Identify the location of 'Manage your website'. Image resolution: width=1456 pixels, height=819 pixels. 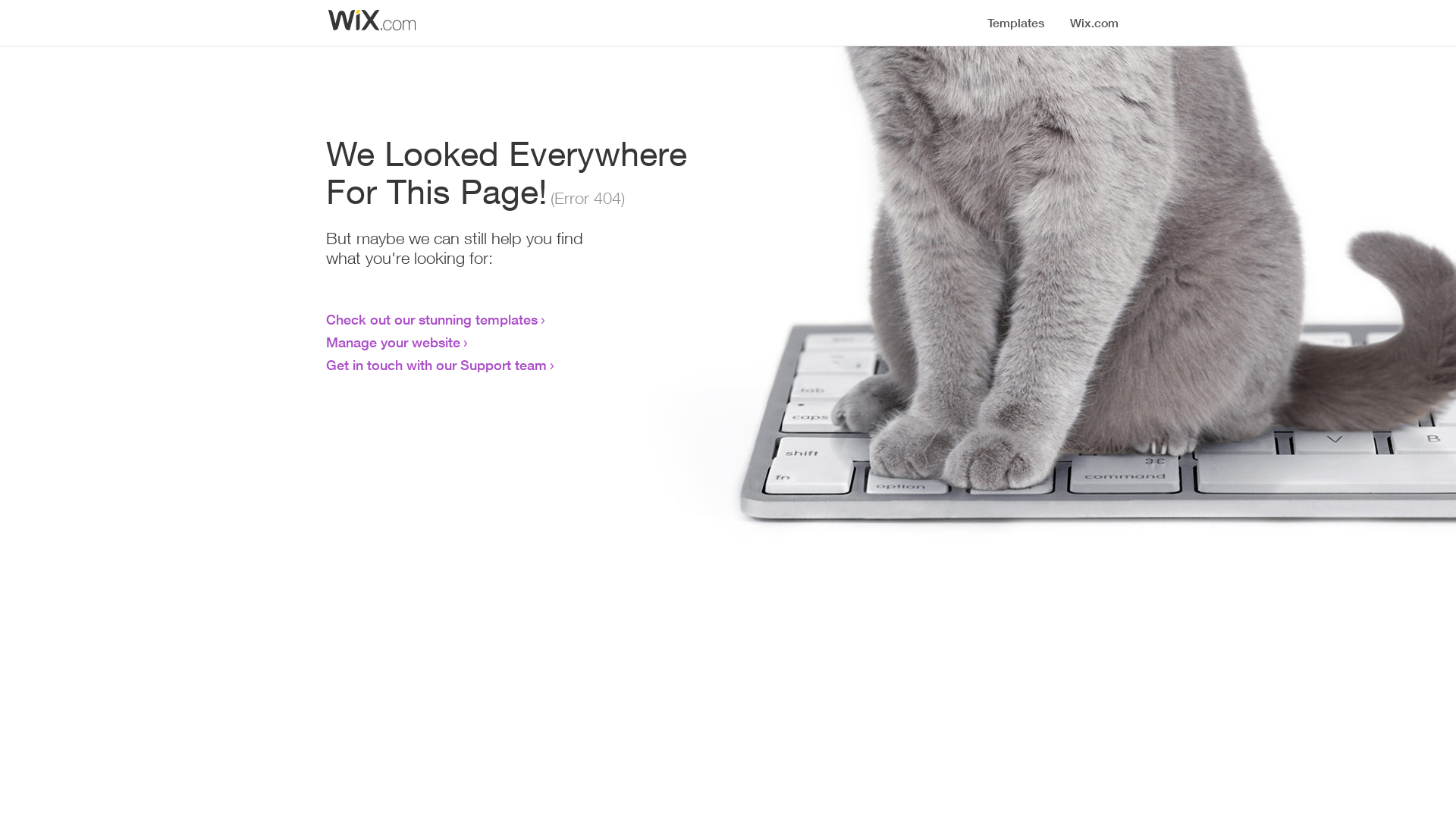
(393, 342).